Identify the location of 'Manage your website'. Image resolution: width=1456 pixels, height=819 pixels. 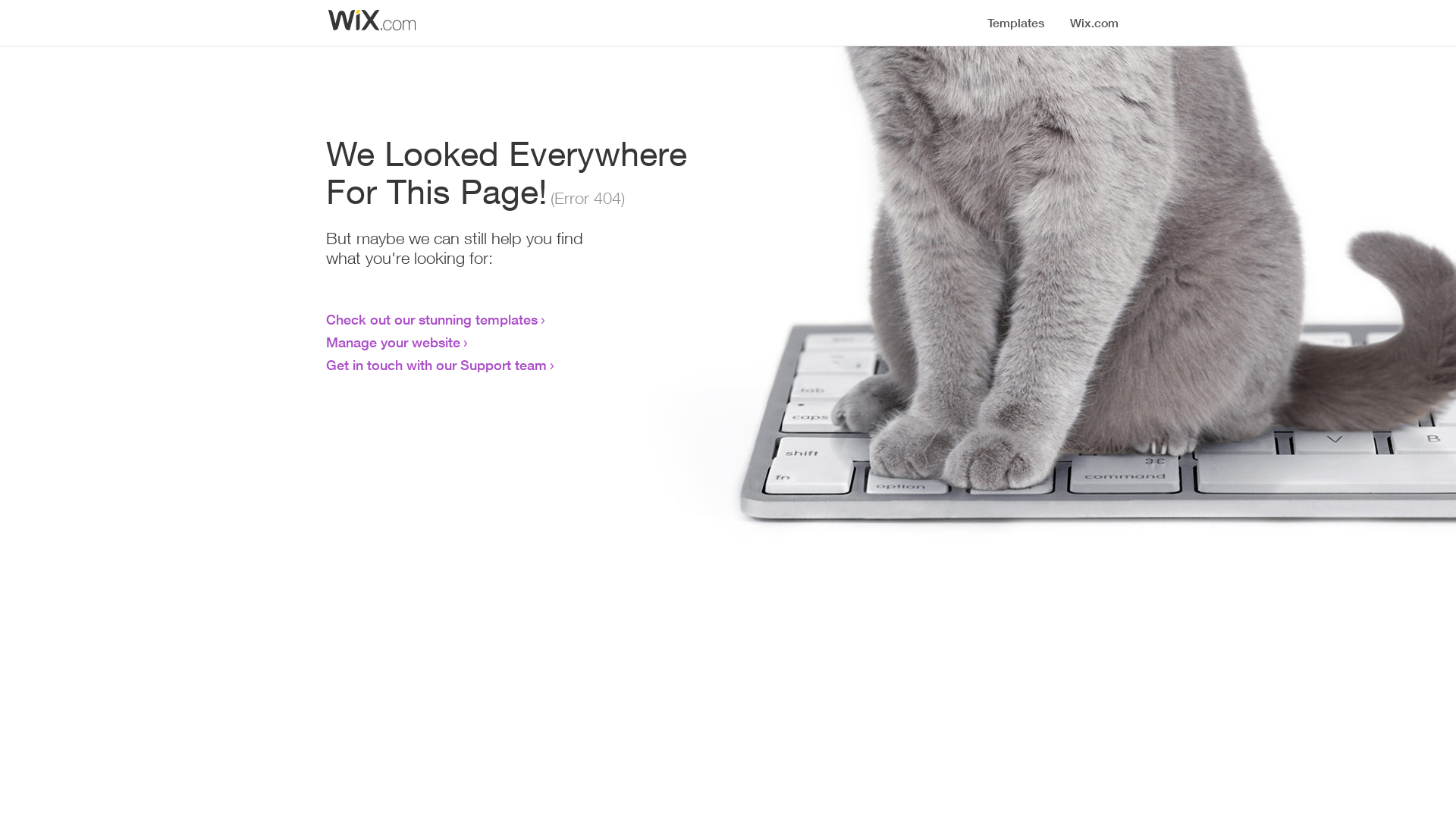
(393, 342).